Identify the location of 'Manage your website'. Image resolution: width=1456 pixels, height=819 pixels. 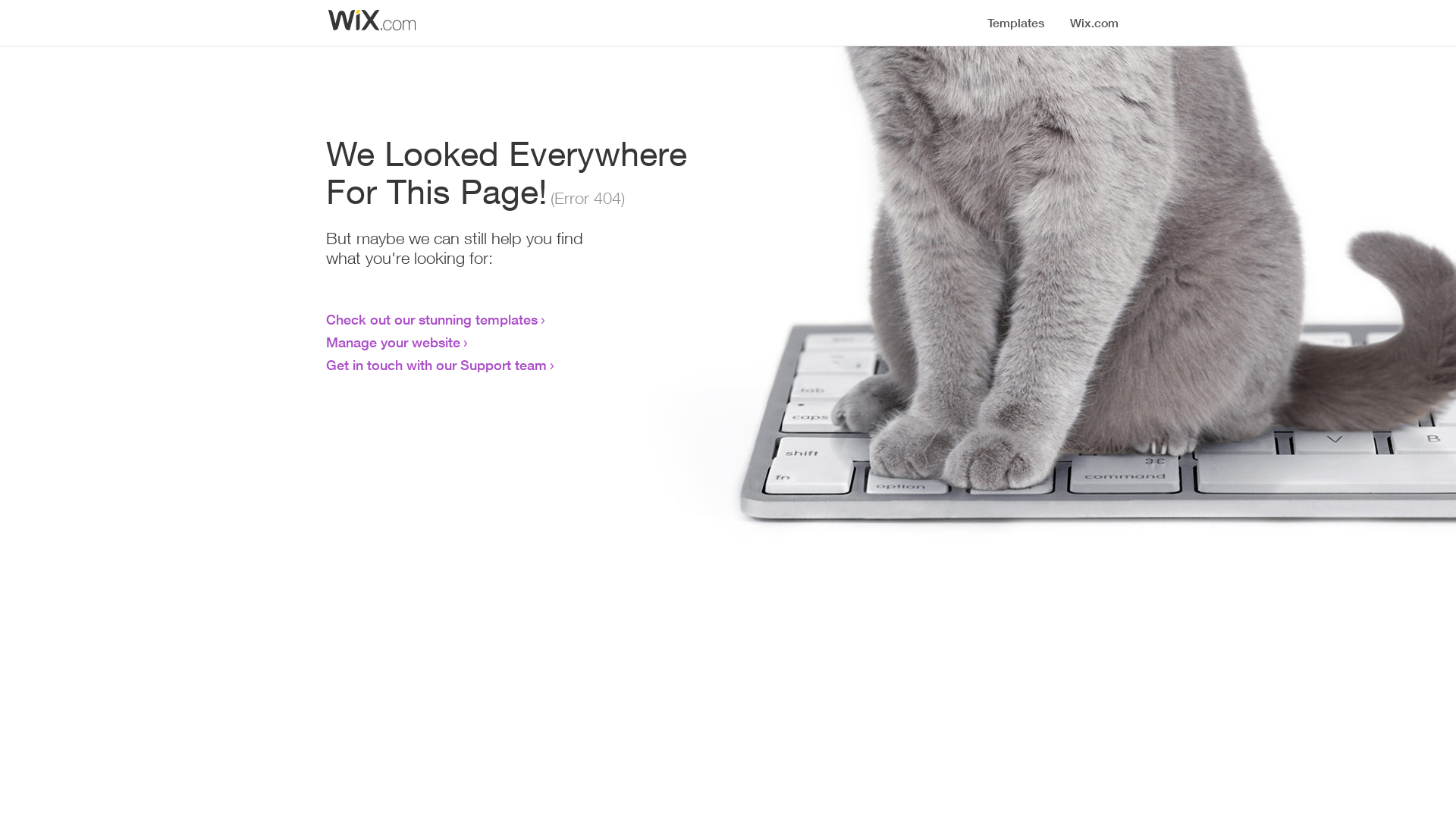
(393, 342).